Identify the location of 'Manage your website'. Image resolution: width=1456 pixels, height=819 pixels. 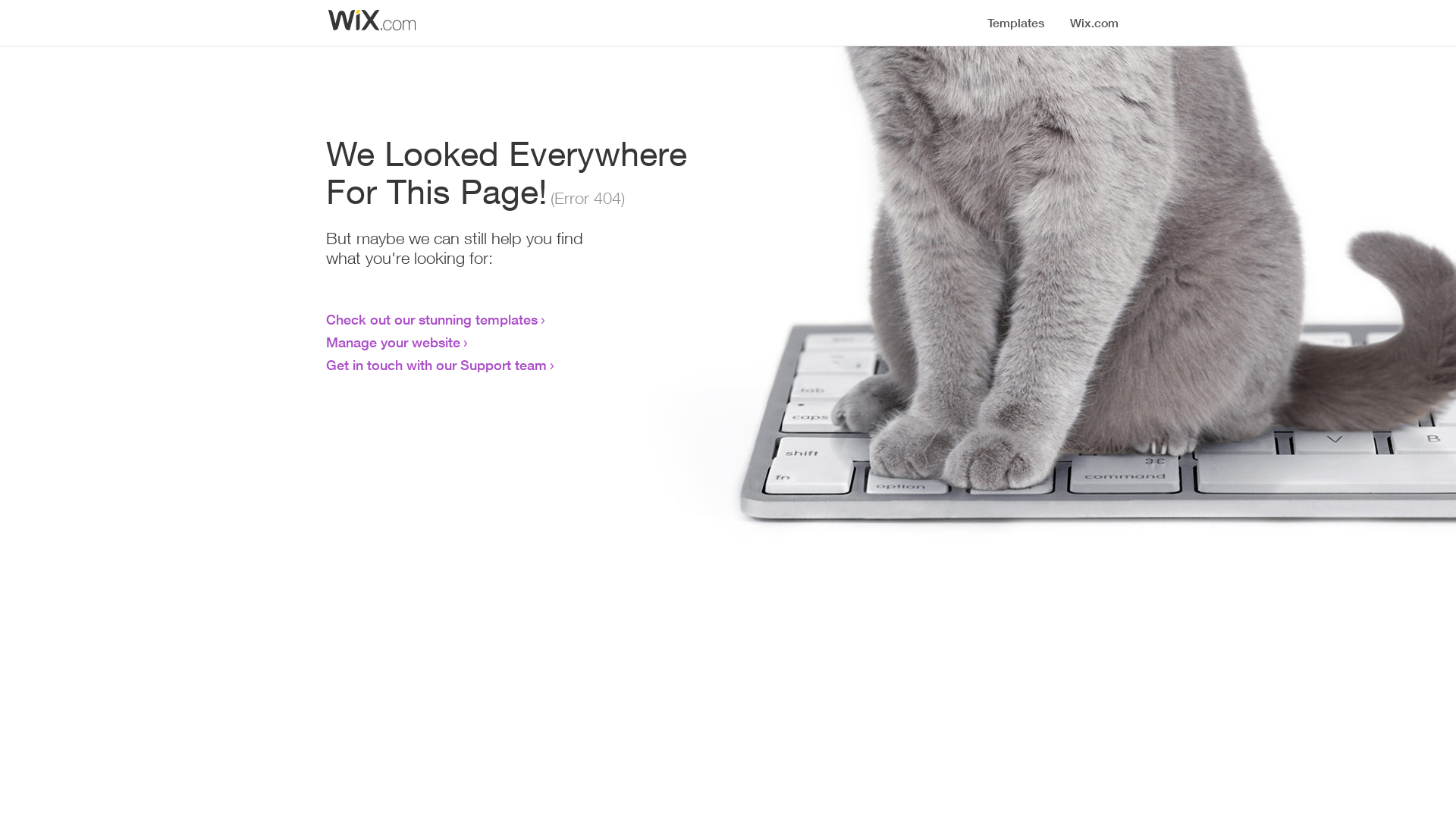
(393, 342).